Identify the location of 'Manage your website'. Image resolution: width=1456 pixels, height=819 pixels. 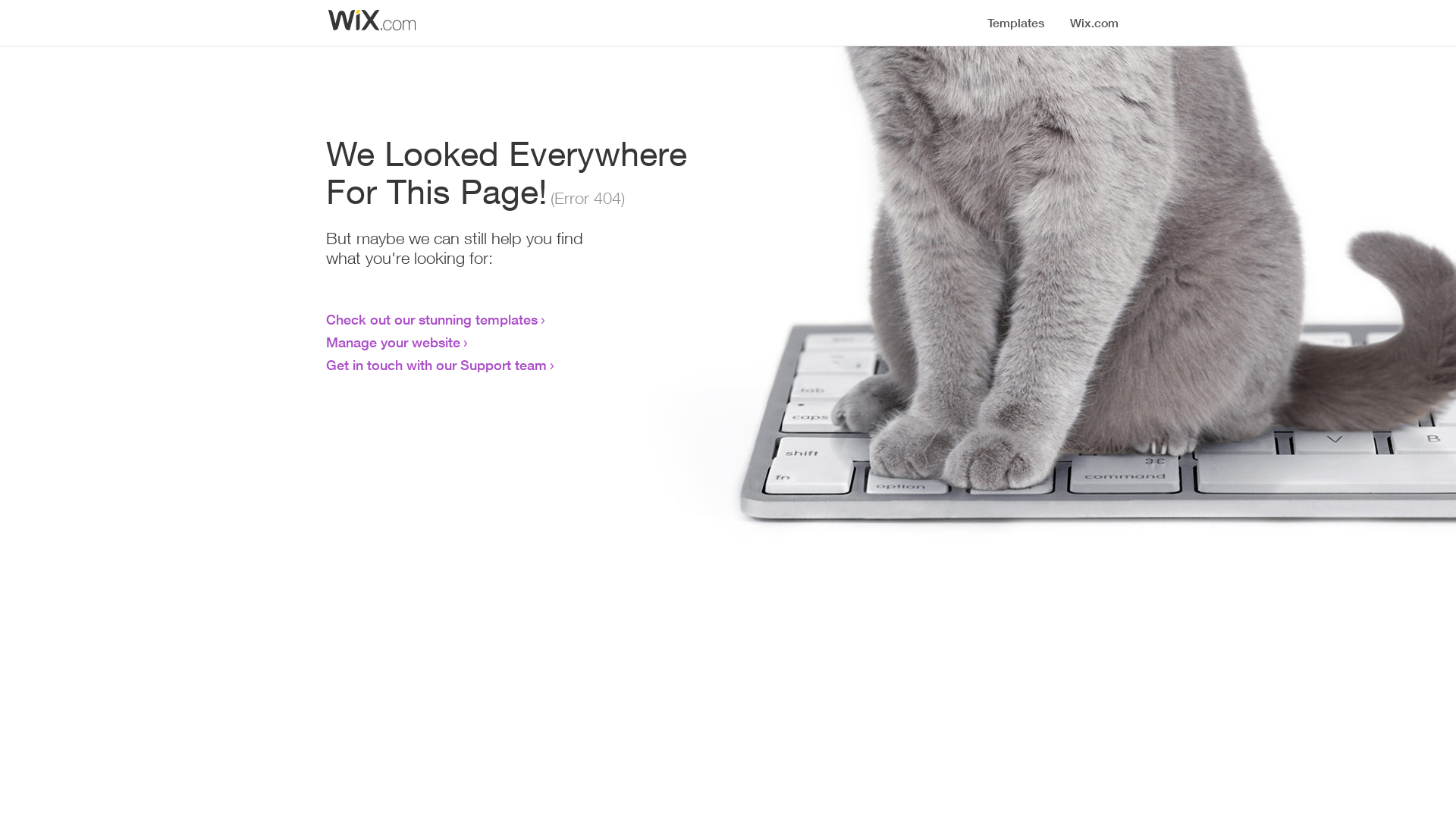
(393, 342).